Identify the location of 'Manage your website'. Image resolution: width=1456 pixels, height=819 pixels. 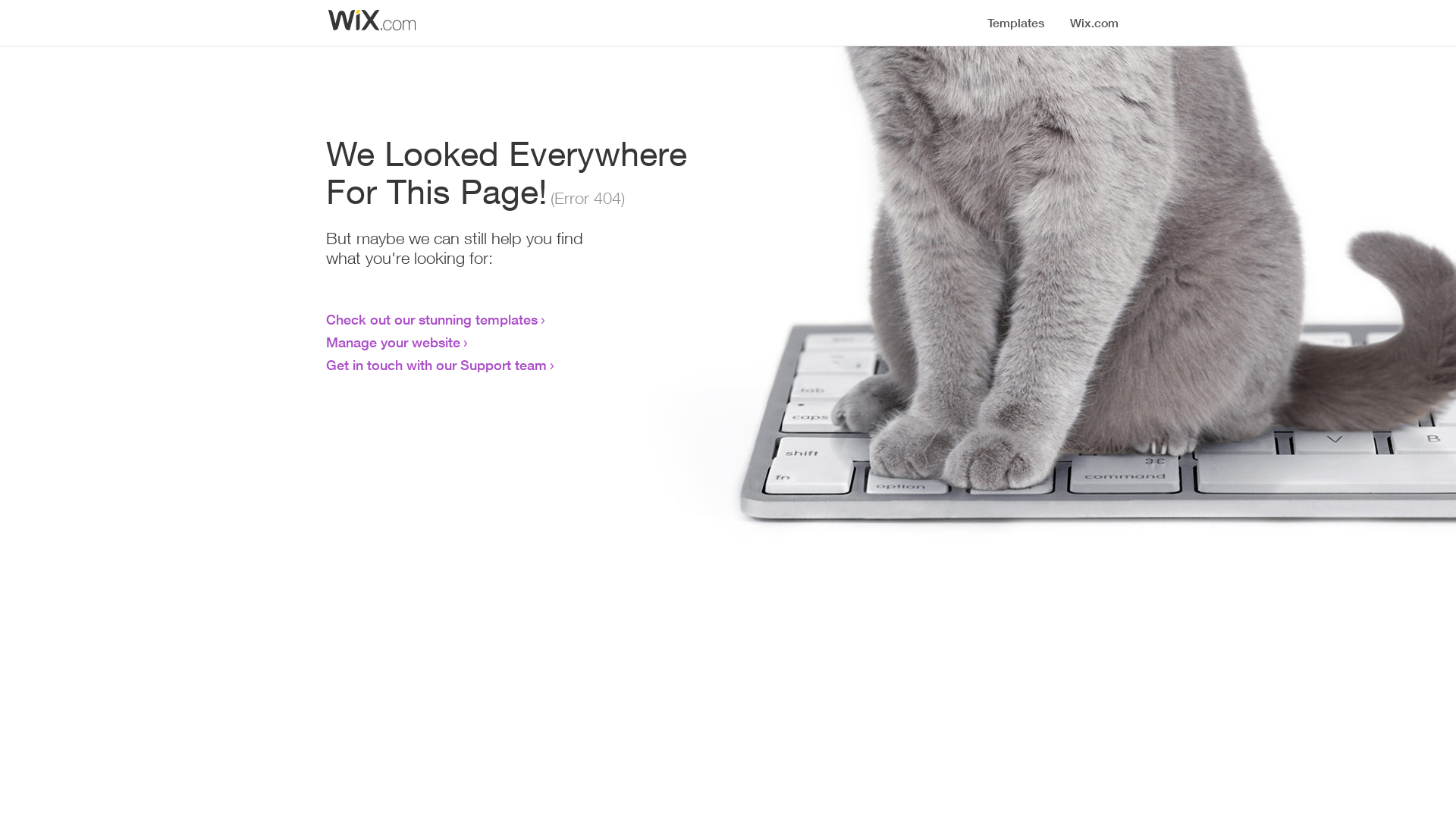
(393, 342).